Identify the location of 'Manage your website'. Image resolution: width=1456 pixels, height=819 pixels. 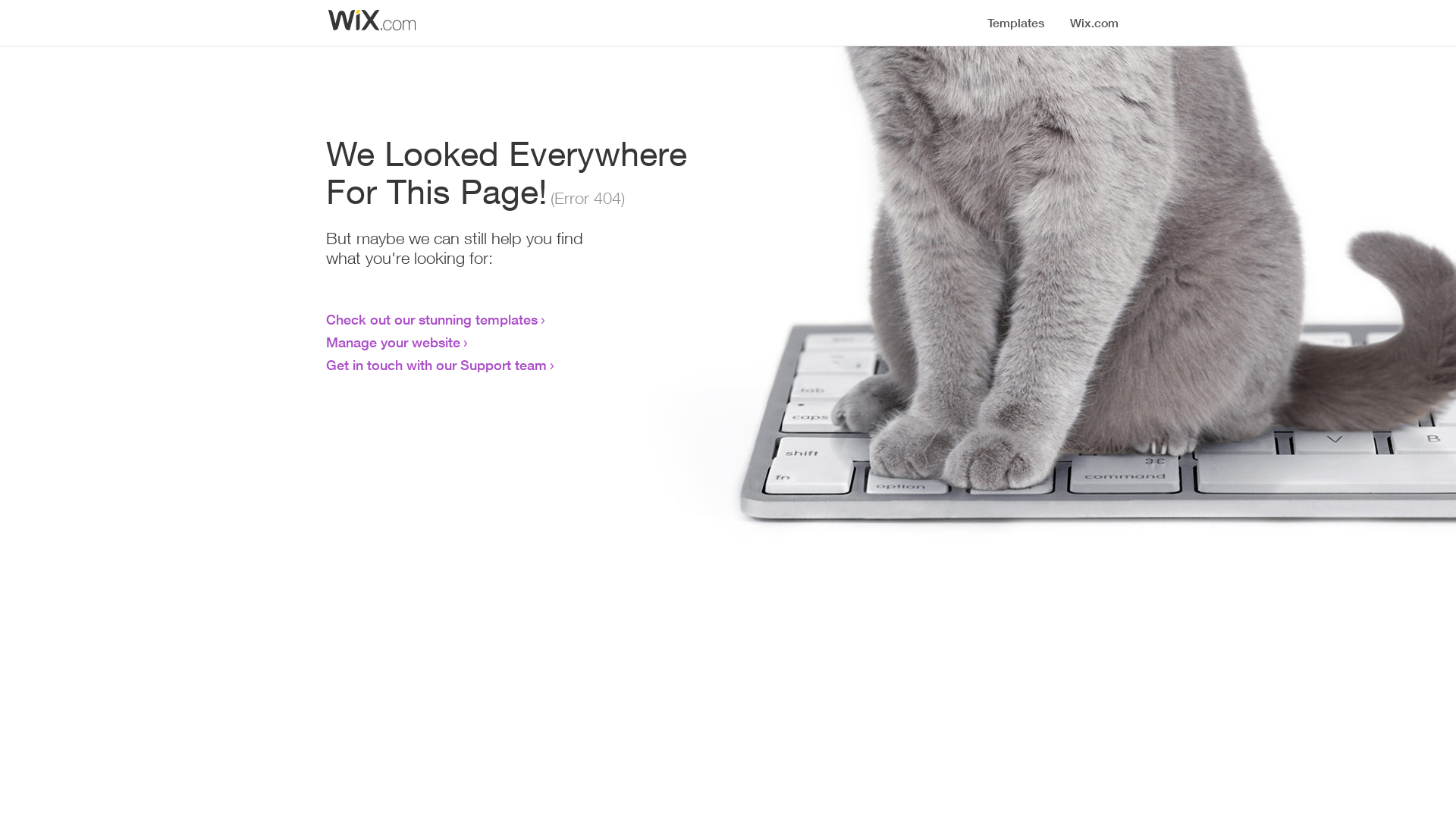
(393, 342).